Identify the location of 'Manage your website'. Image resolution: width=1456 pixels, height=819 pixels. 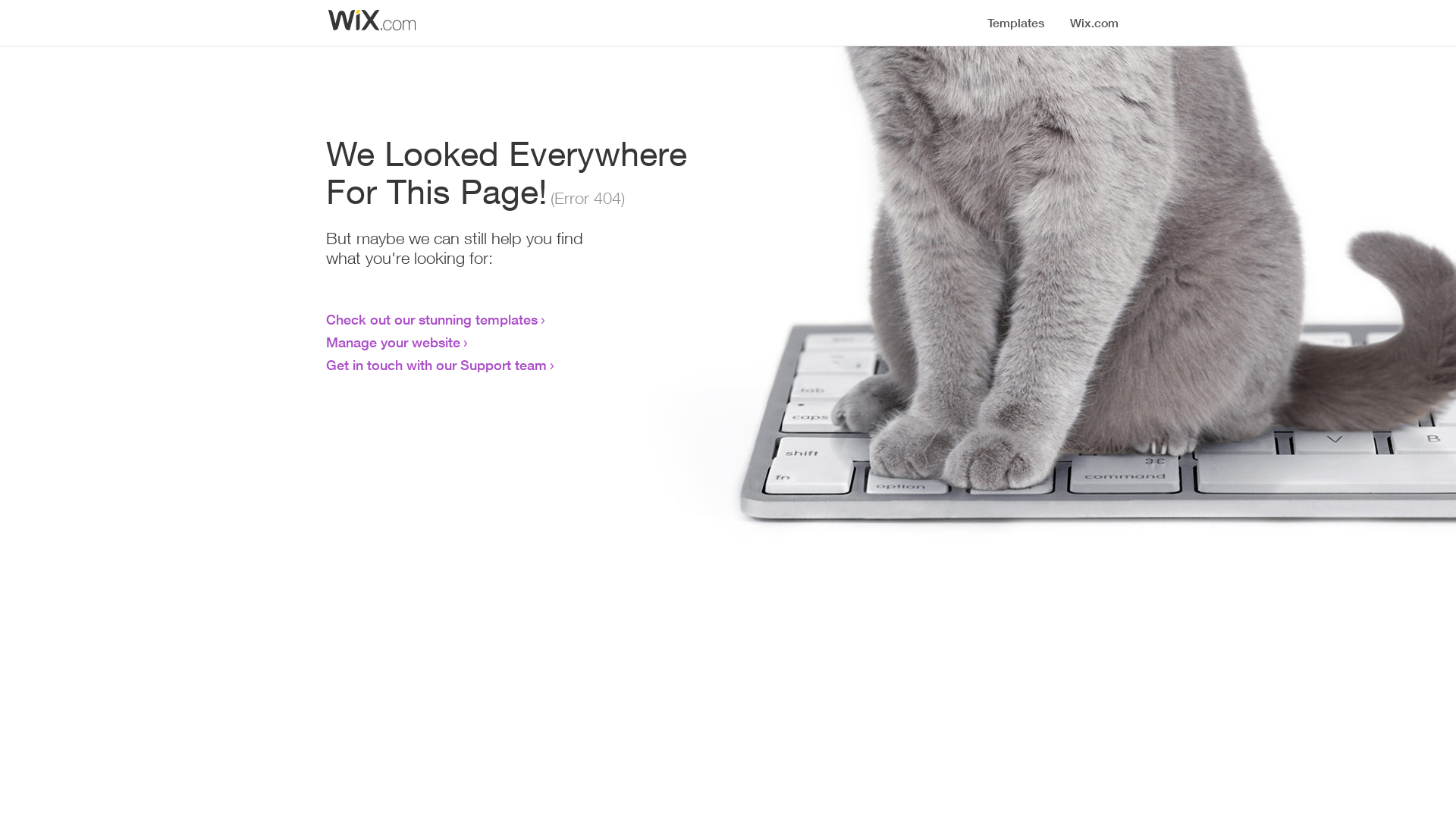
(393, 342).